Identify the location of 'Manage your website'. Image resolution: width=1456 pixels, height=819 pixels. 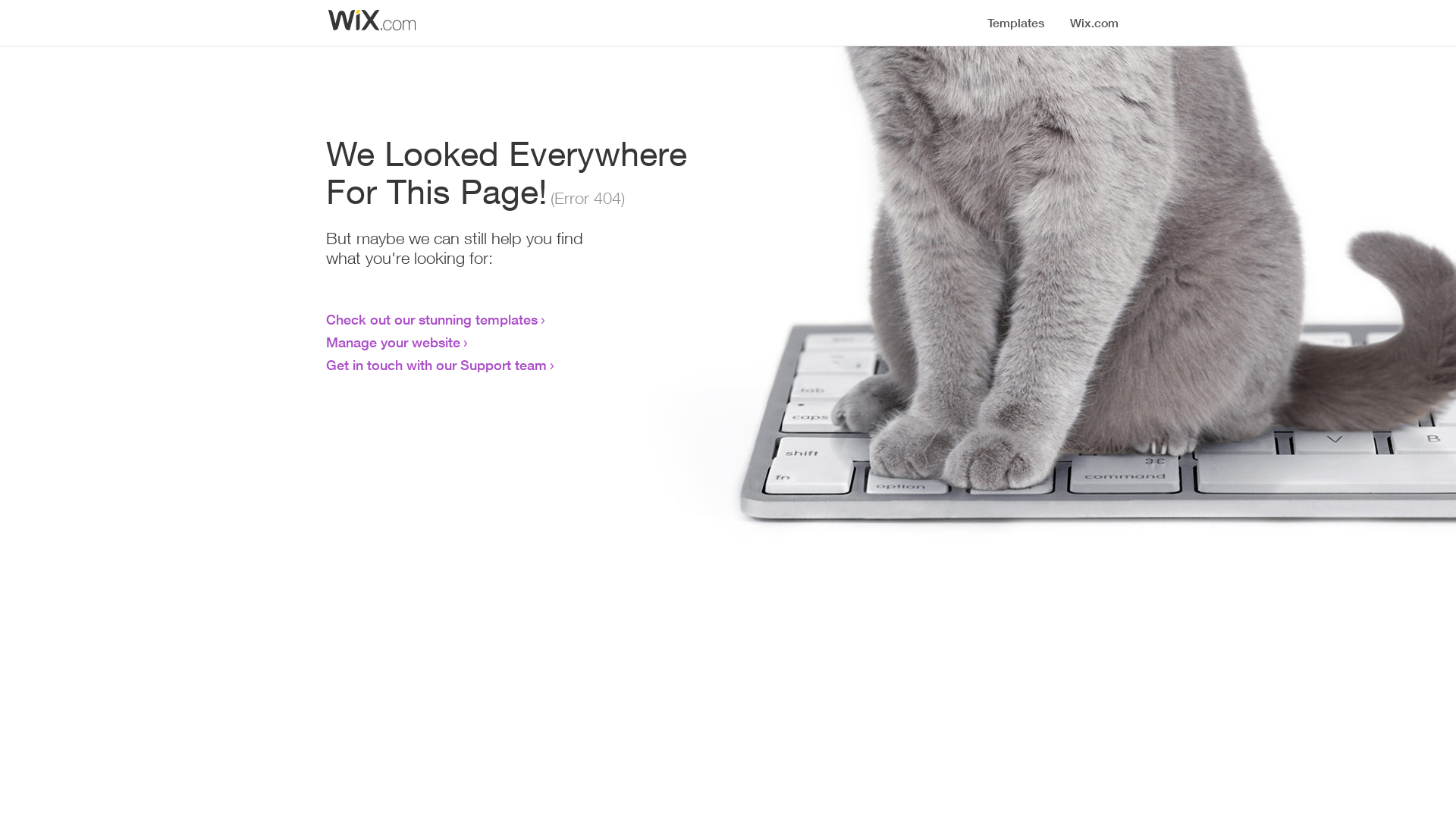
(393, 342).